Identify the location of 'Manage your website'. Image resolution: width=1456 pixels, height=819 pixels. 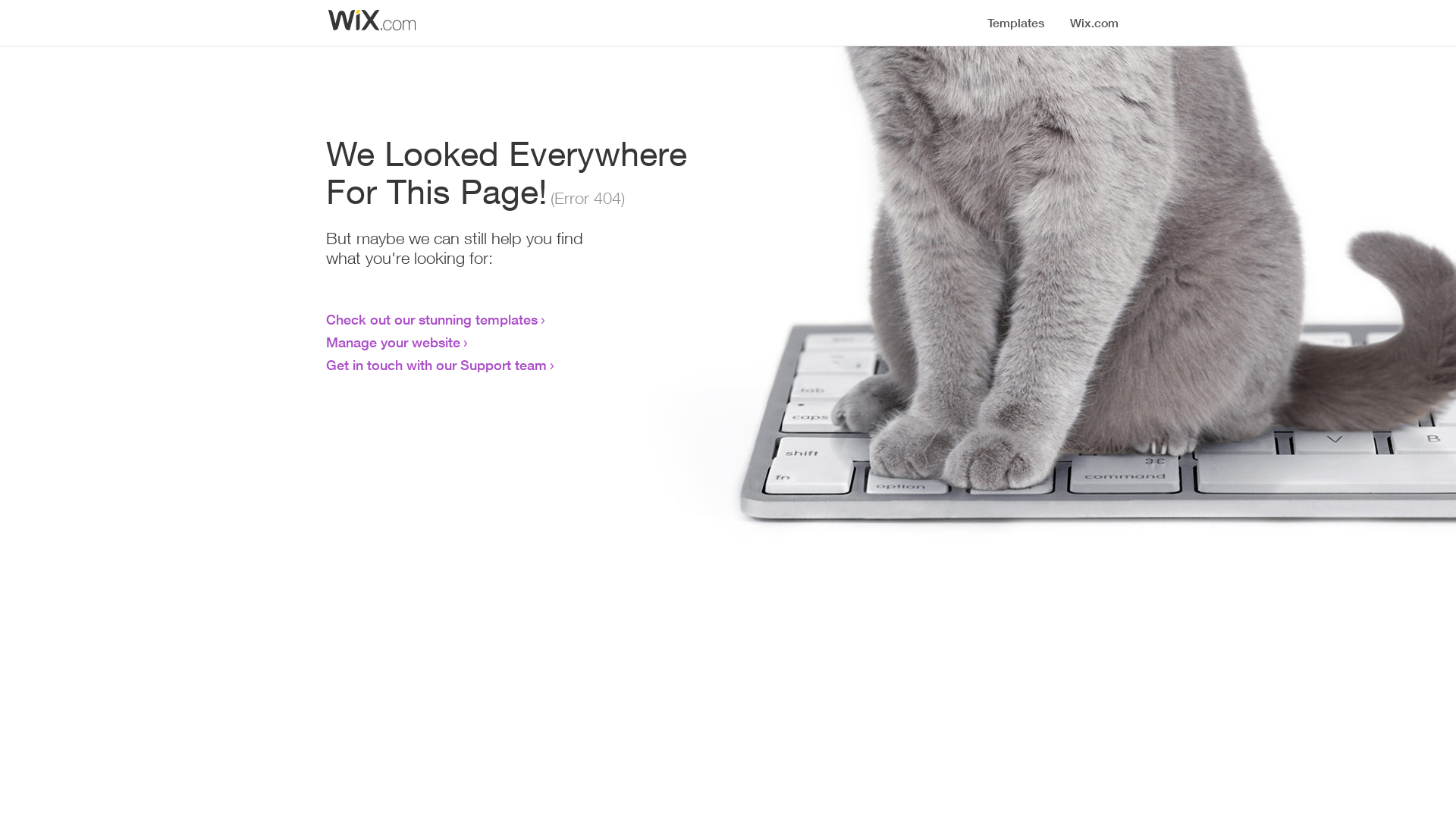
(393, 342).